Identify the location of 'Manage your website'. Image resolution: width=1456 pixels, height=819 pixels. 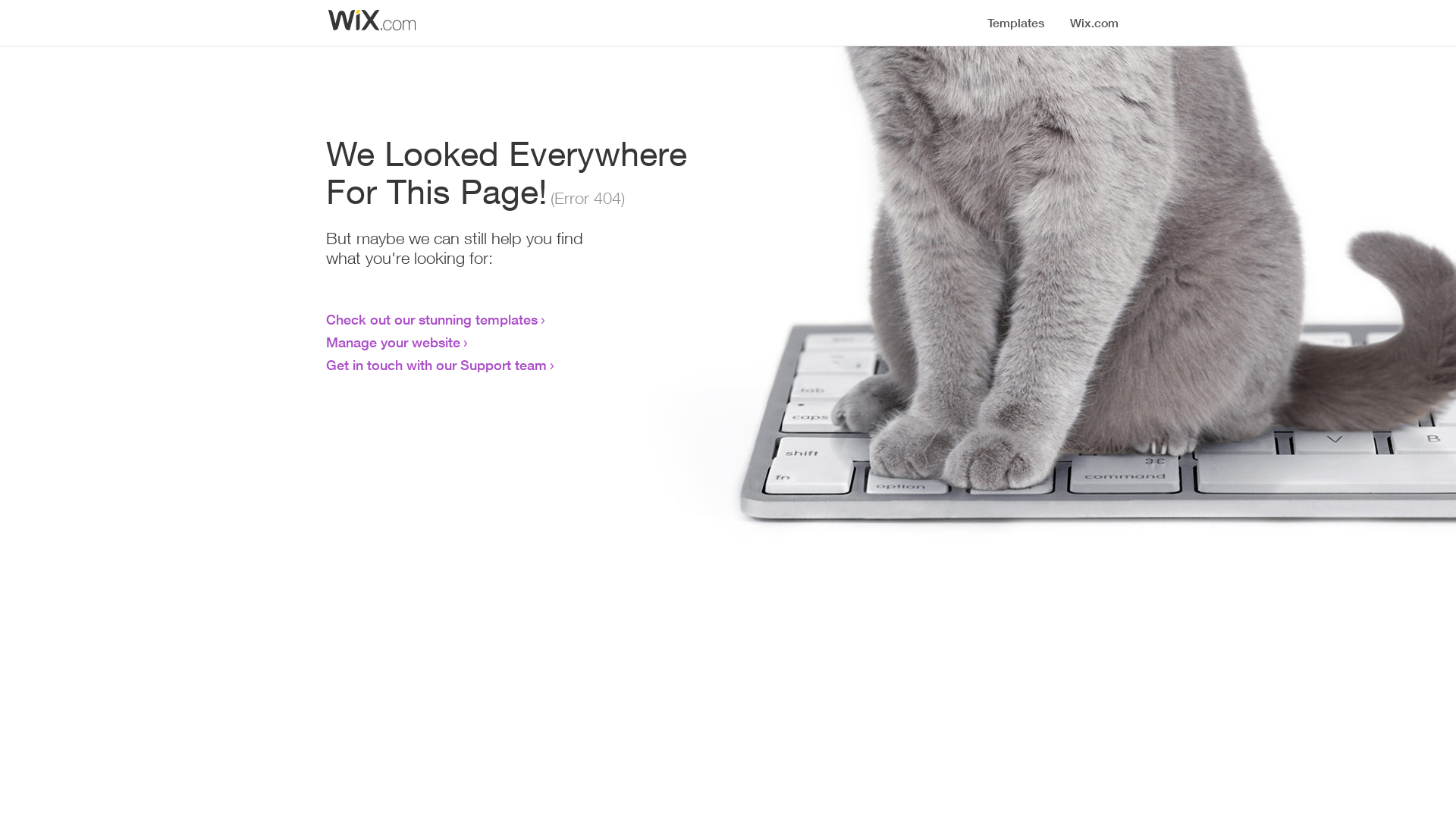
(393, 342).